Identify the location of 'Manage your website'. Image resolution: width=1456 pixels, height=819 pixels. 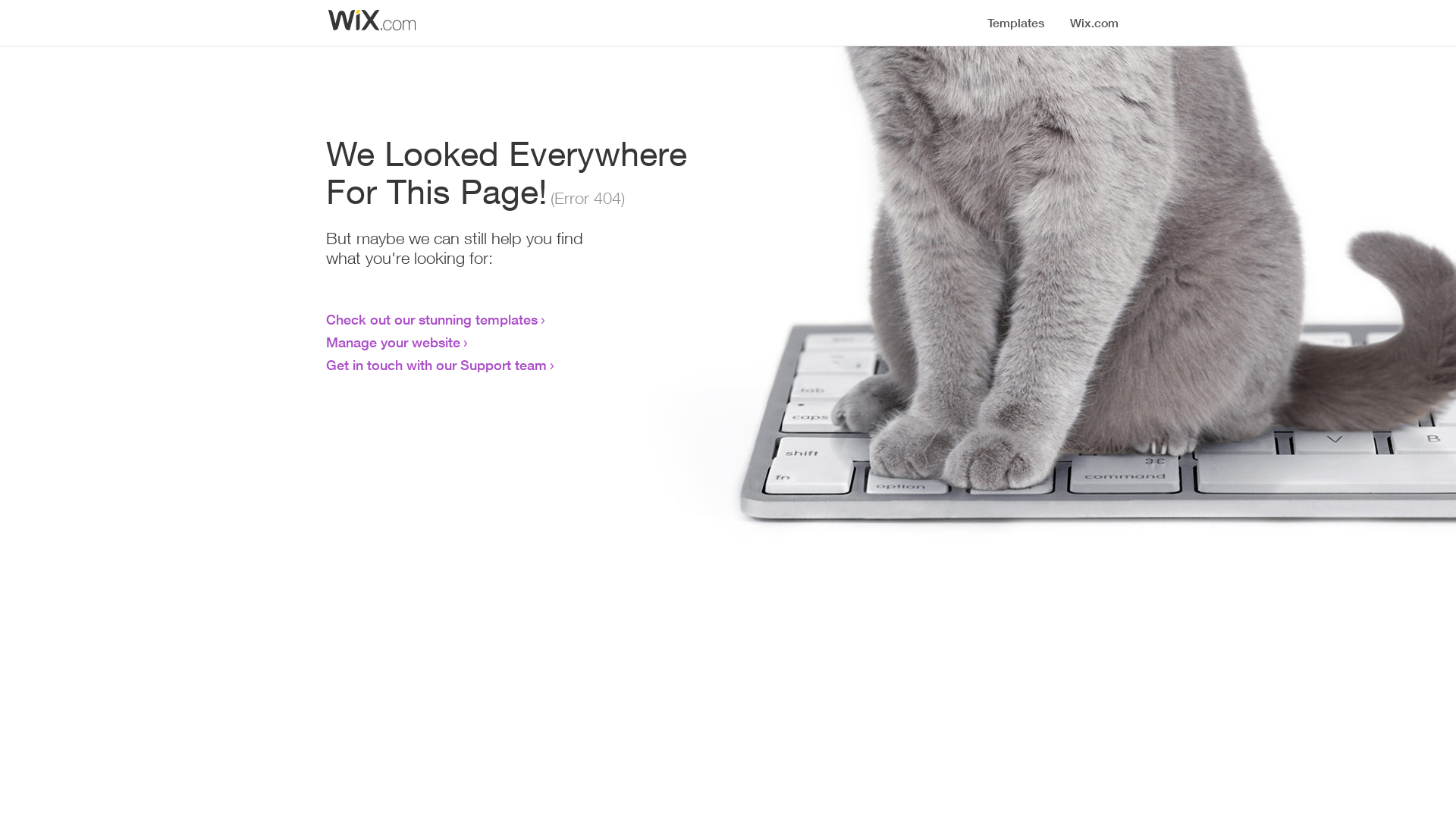
(393, 342).